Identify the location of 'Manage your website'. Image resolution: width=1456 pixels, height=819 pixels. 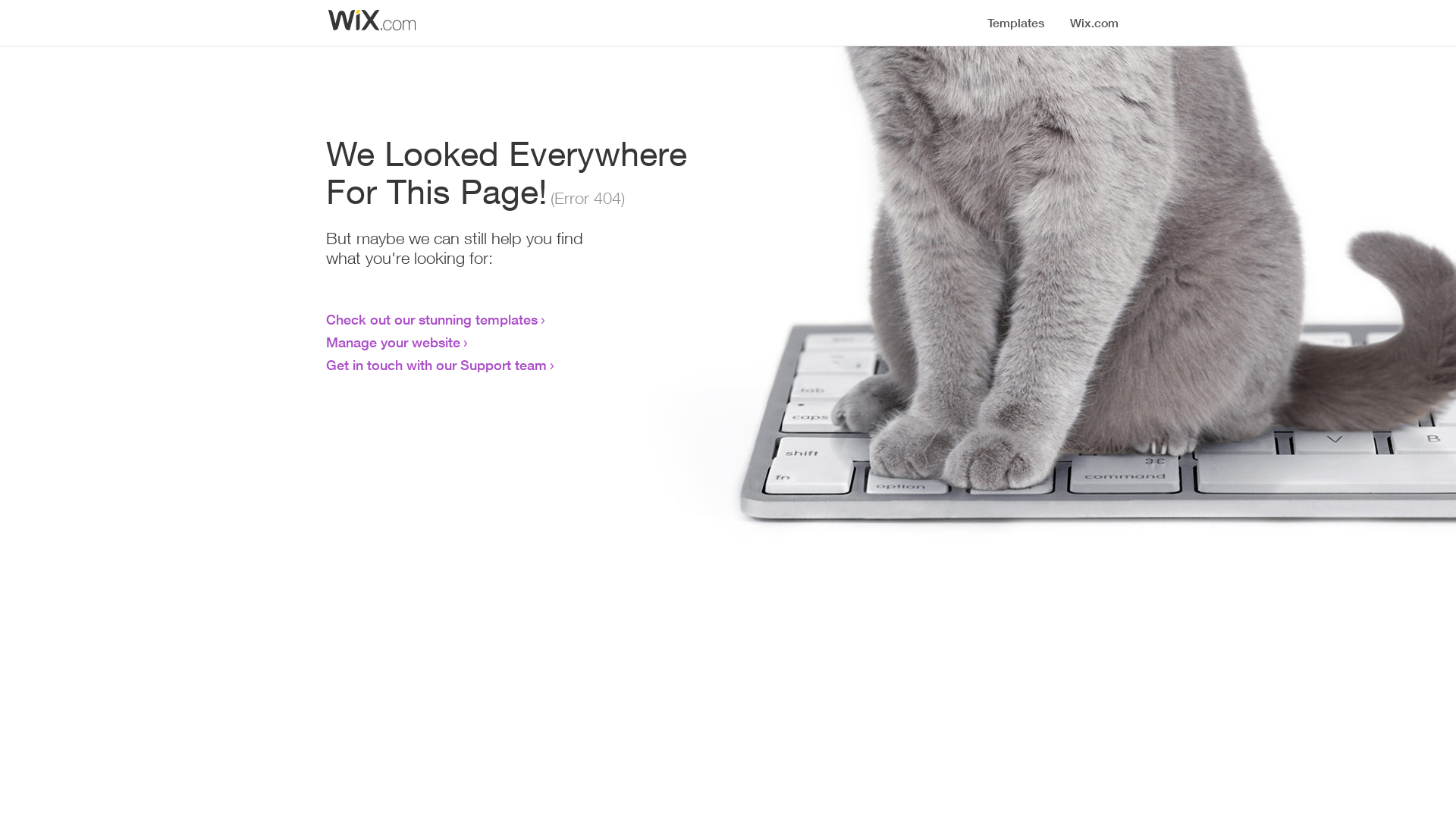
(393, 342).